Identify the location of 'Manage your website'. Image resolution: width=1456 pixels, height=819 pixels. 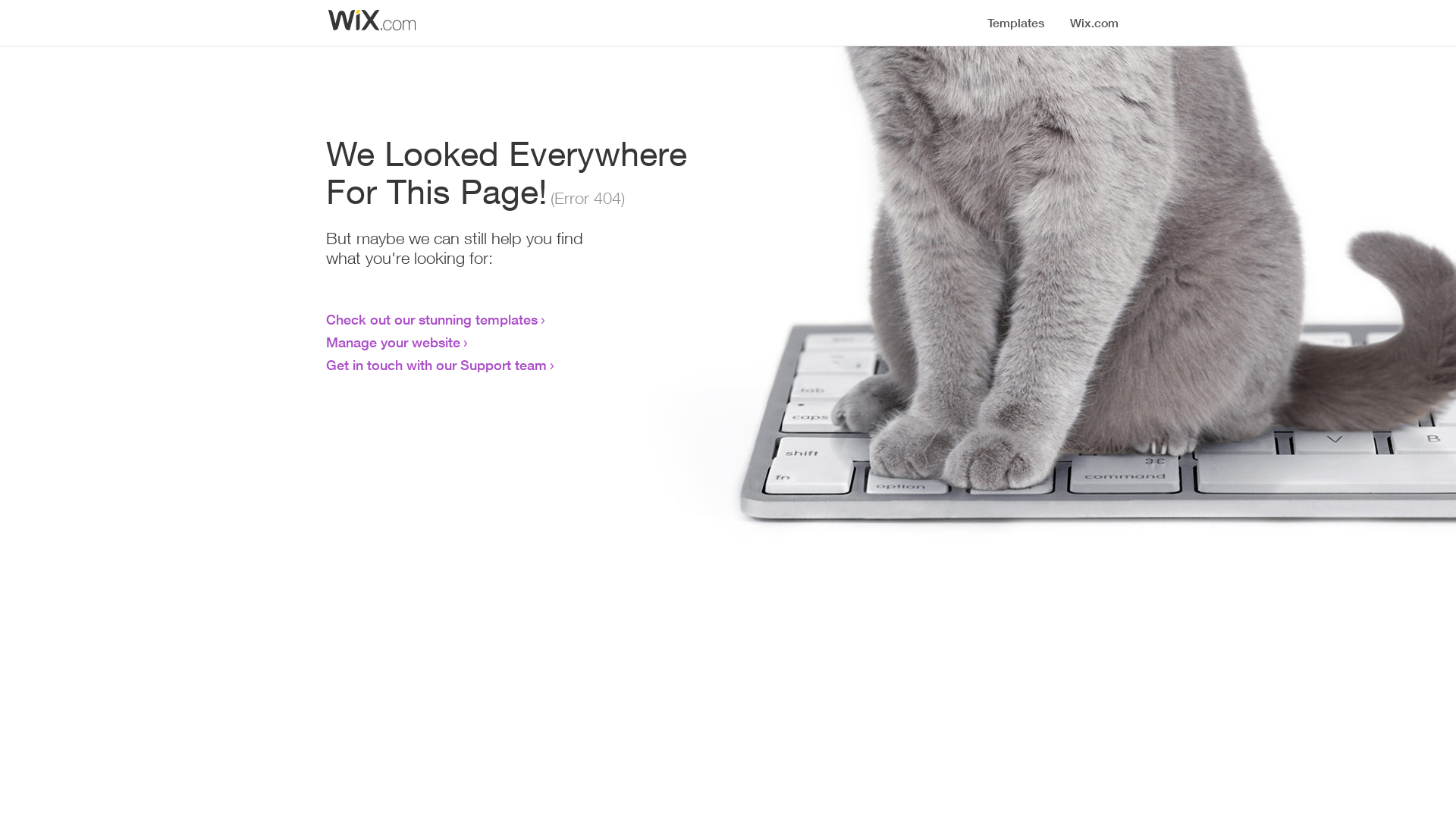
(393, 342).